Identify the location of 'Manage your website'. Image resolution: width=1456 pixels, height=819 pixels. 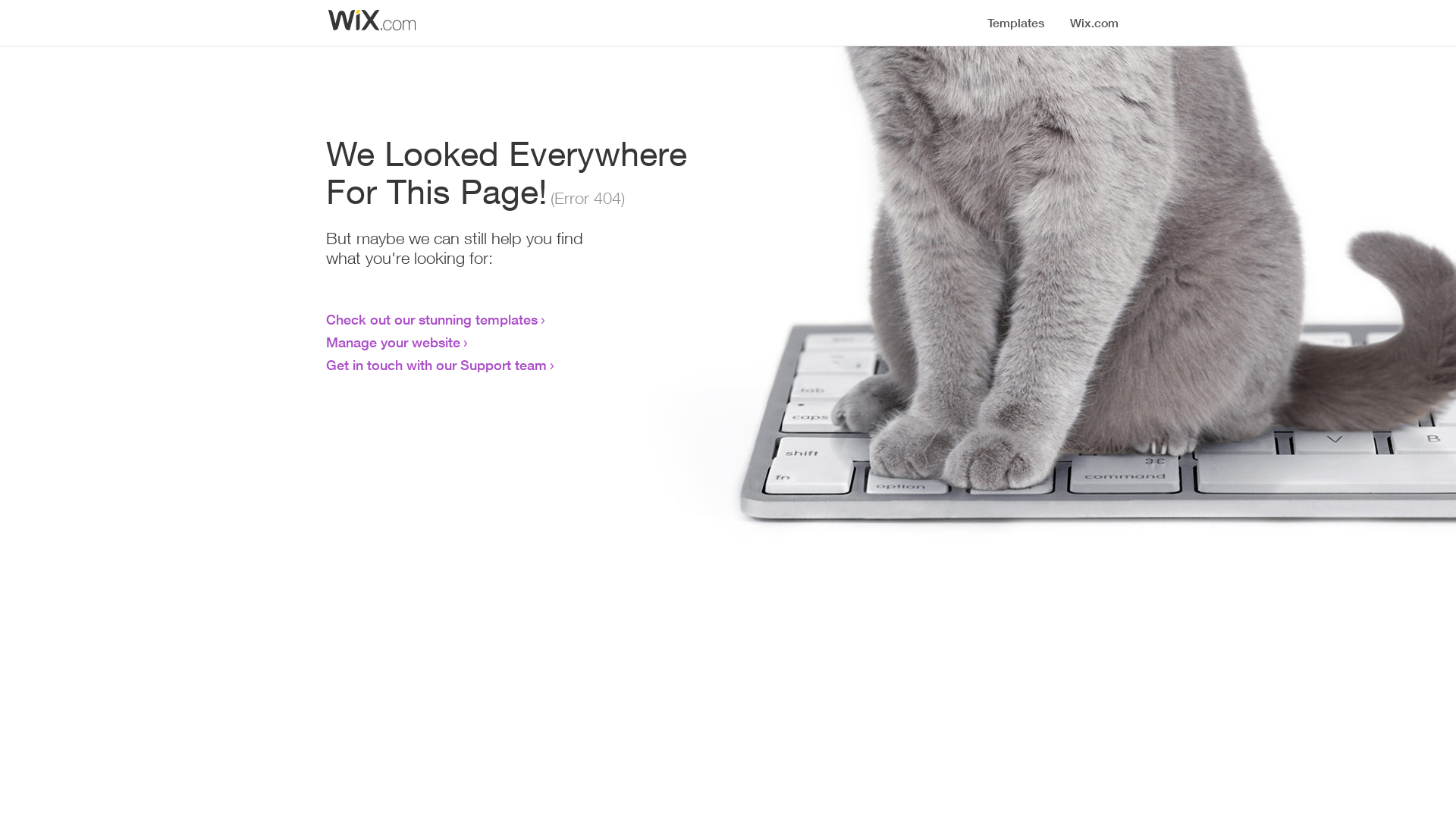
(393, 342).